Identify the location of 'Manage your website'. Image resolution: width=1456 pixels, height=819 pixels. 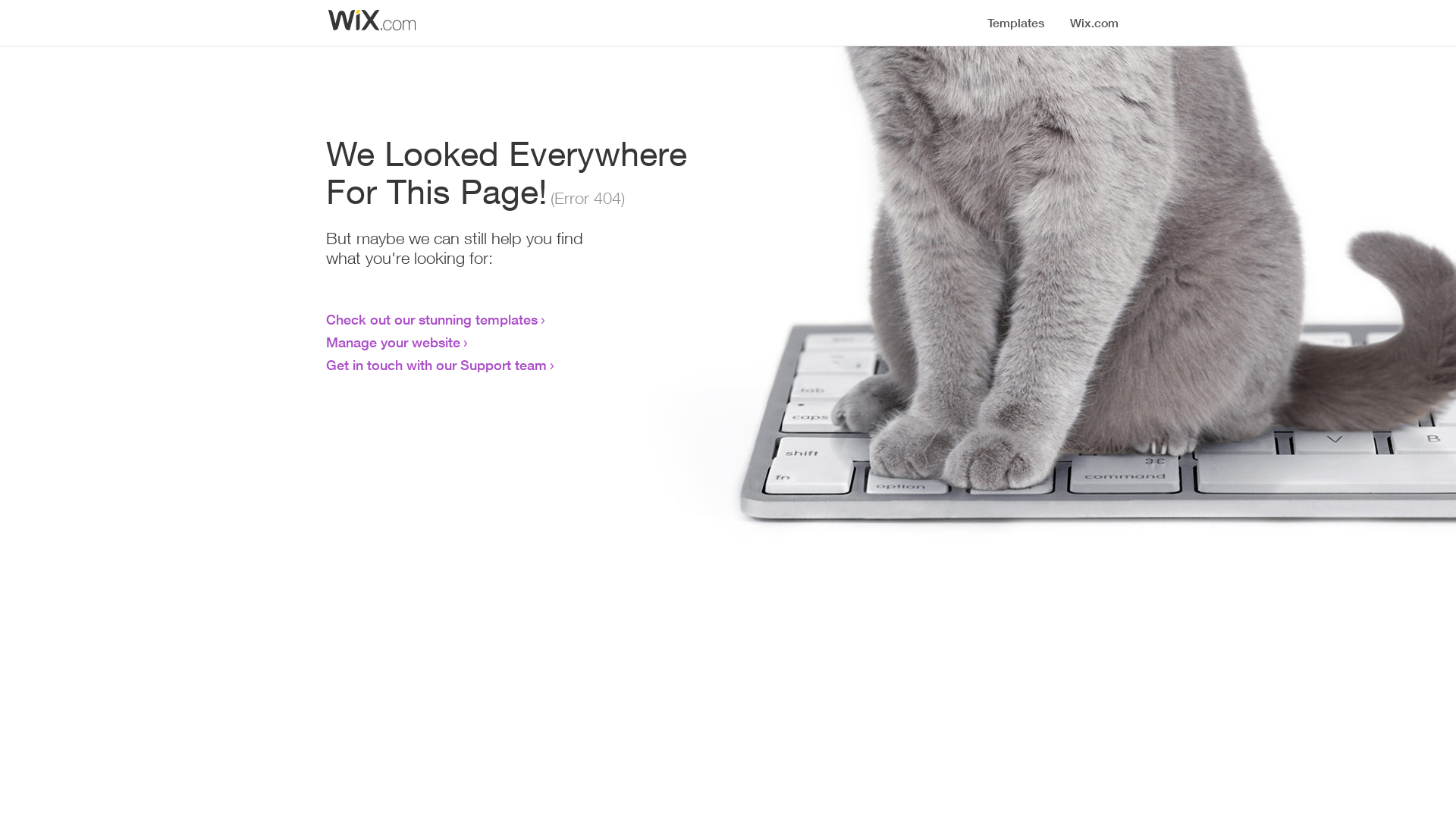
(393, 342).